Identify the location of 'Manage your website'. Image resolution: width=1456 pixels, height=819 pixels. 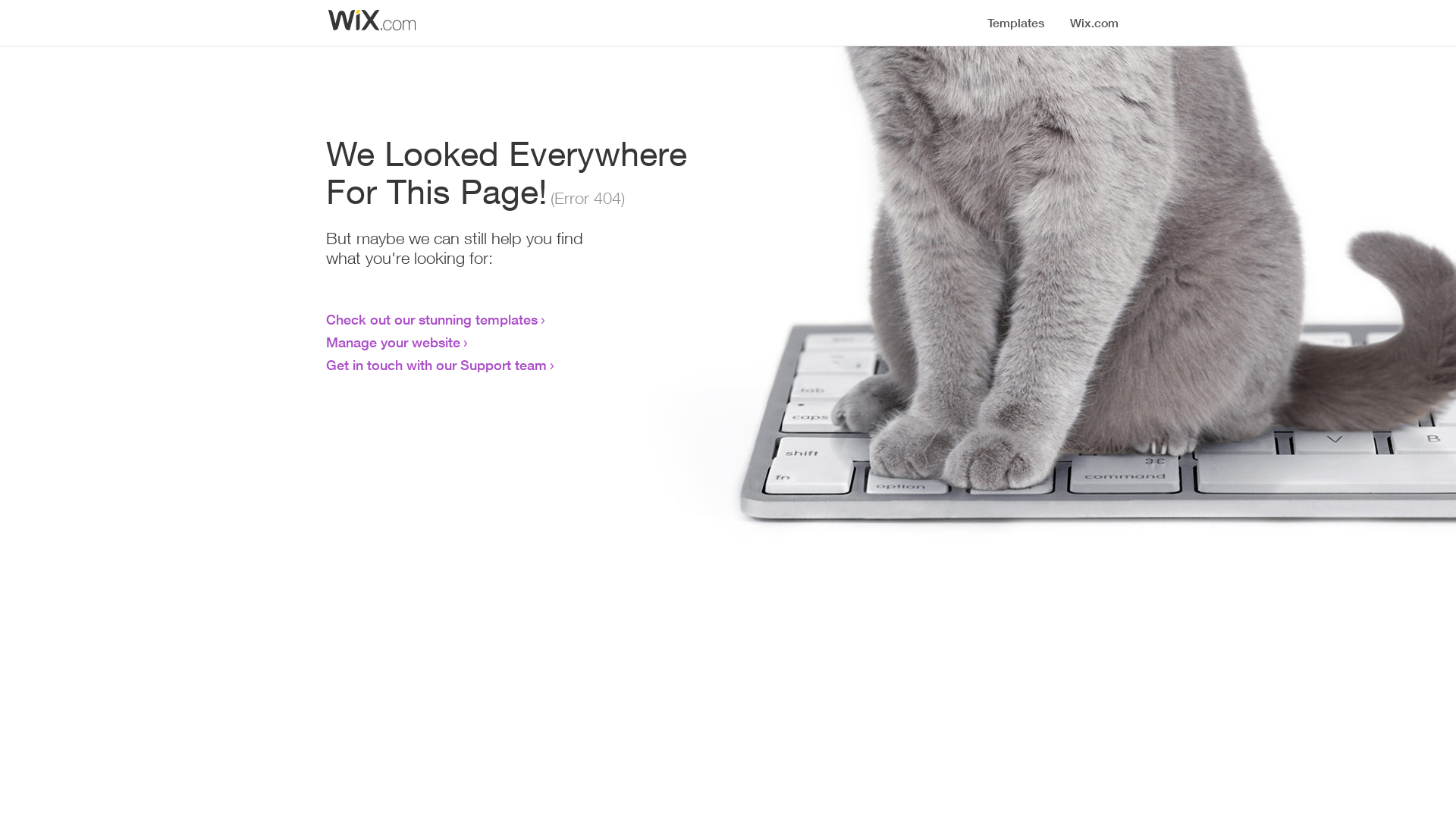
(393, 342).